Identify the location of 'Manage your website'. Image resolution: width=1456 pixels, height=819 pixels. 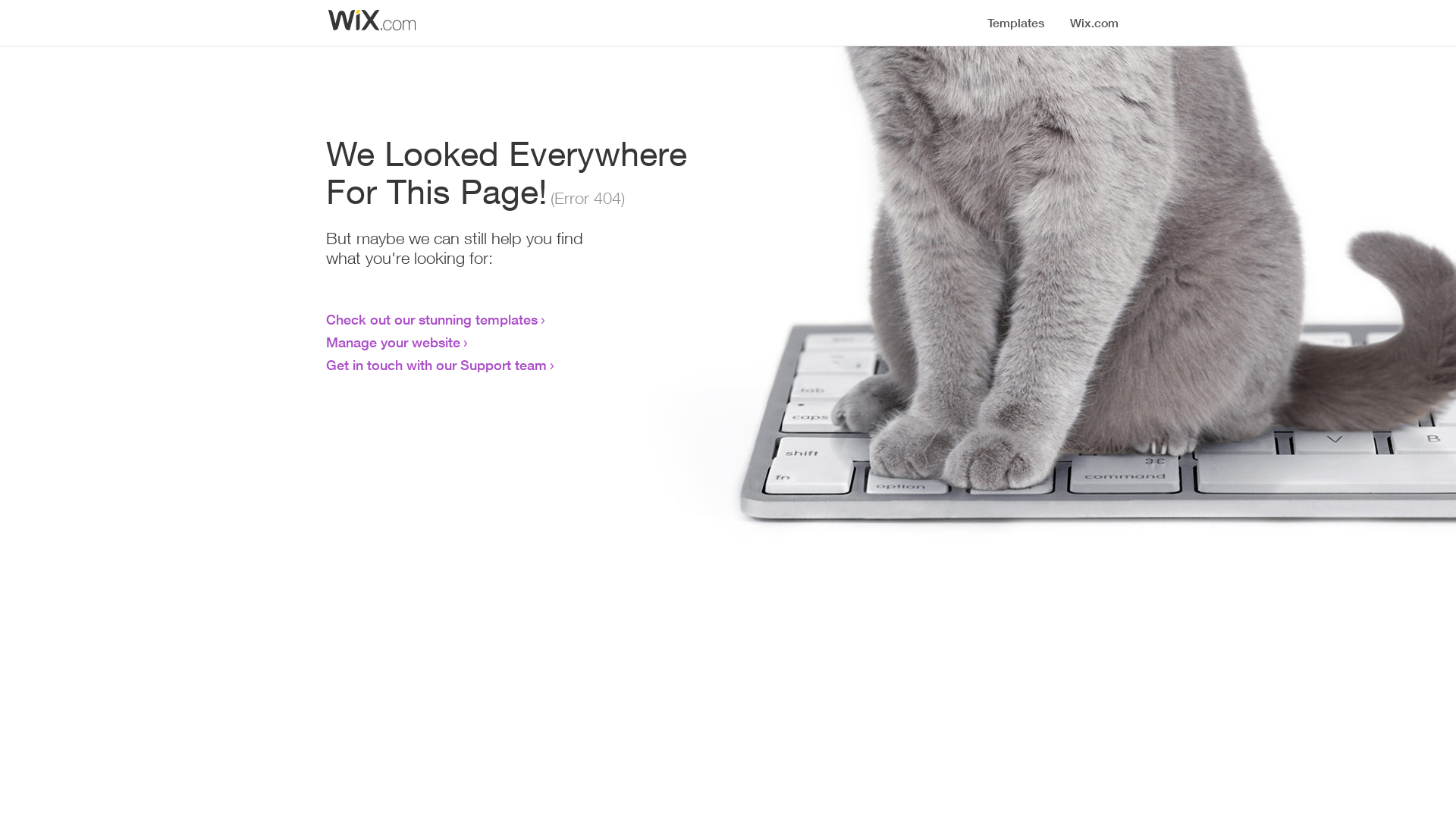
(393, 342).